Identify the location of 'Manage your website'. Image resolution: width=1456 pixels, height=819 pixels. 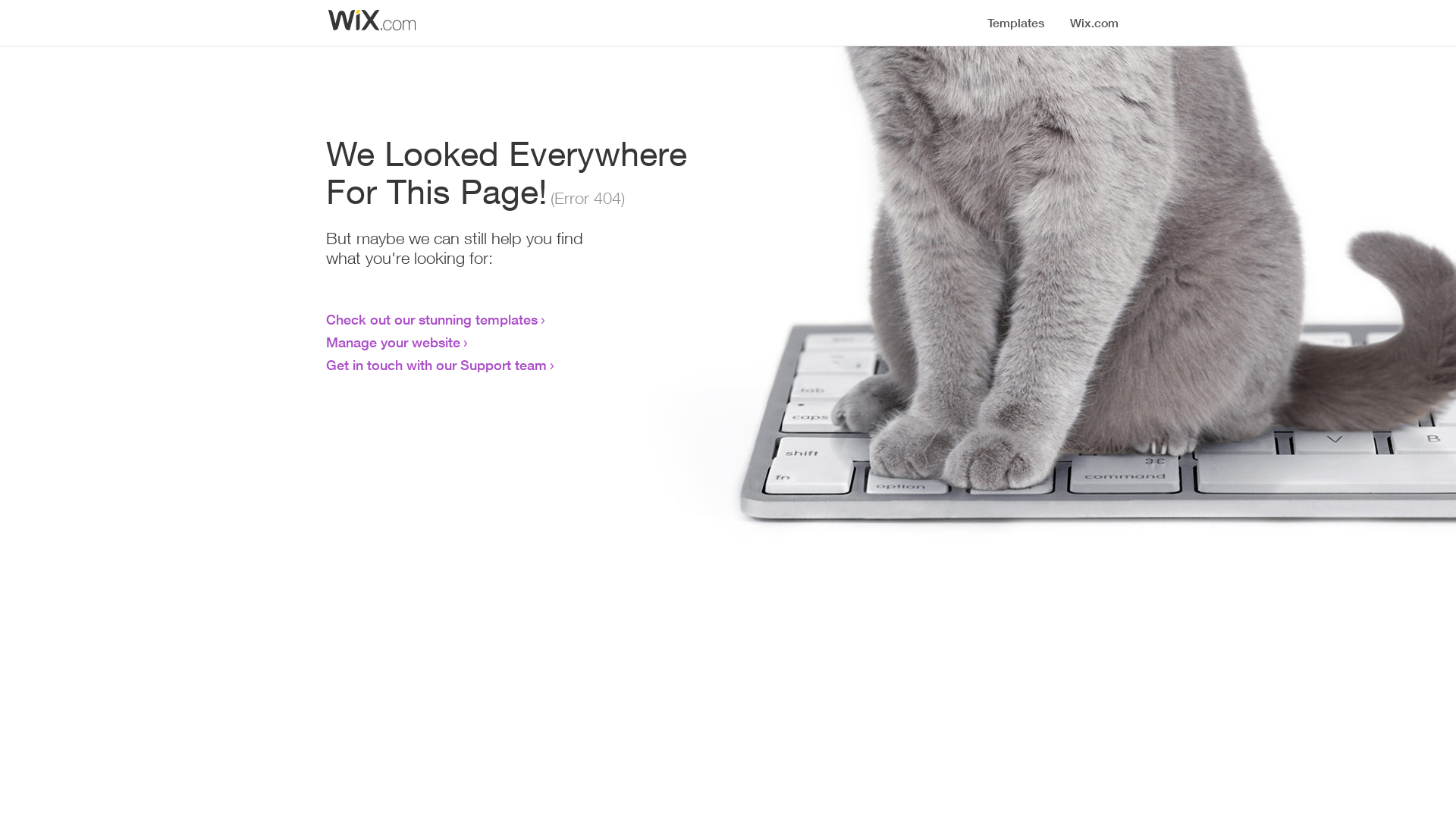
(393, 342).